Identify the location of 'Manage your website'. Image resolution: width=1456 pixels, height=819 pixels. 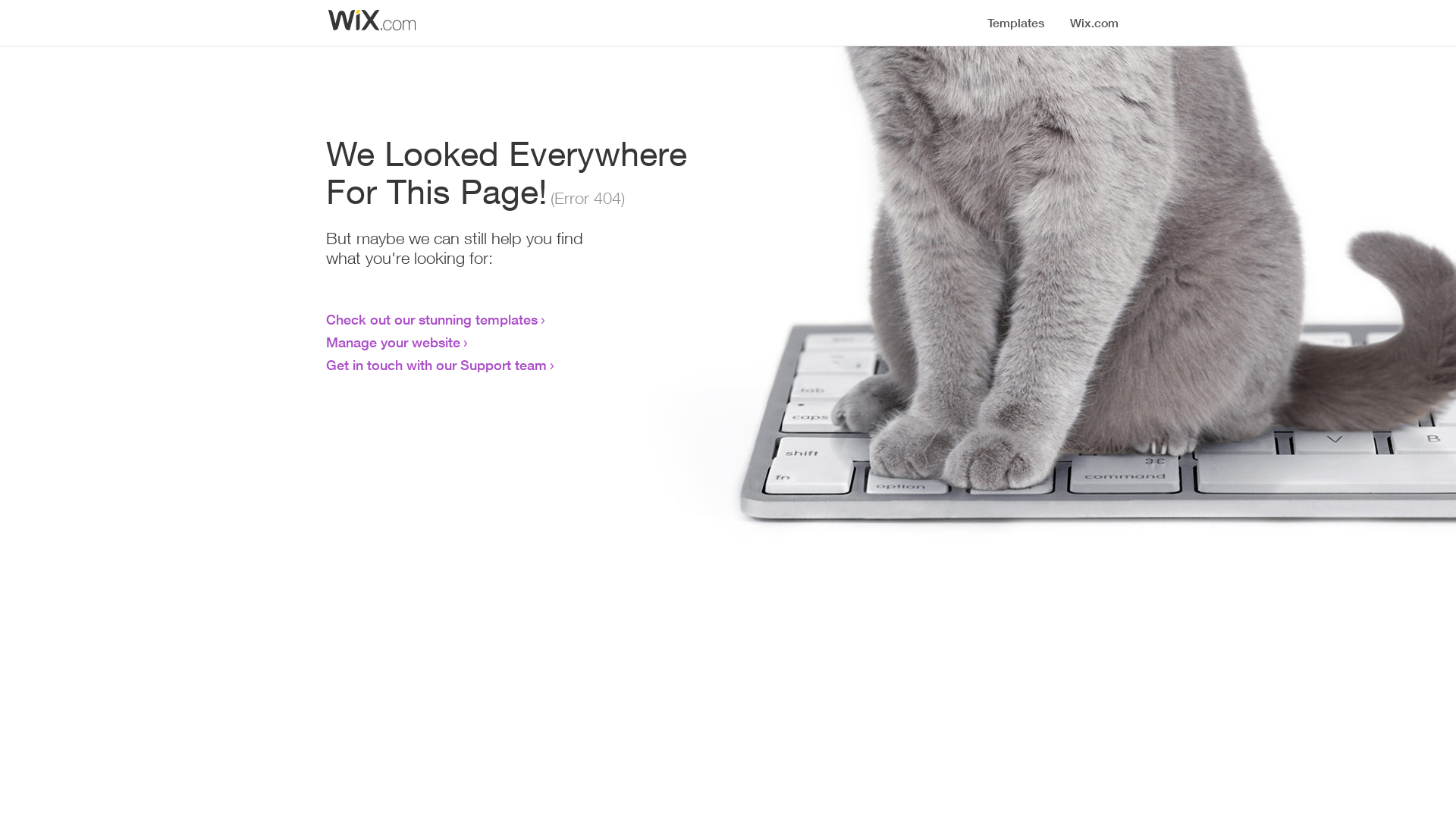
(393, 342).